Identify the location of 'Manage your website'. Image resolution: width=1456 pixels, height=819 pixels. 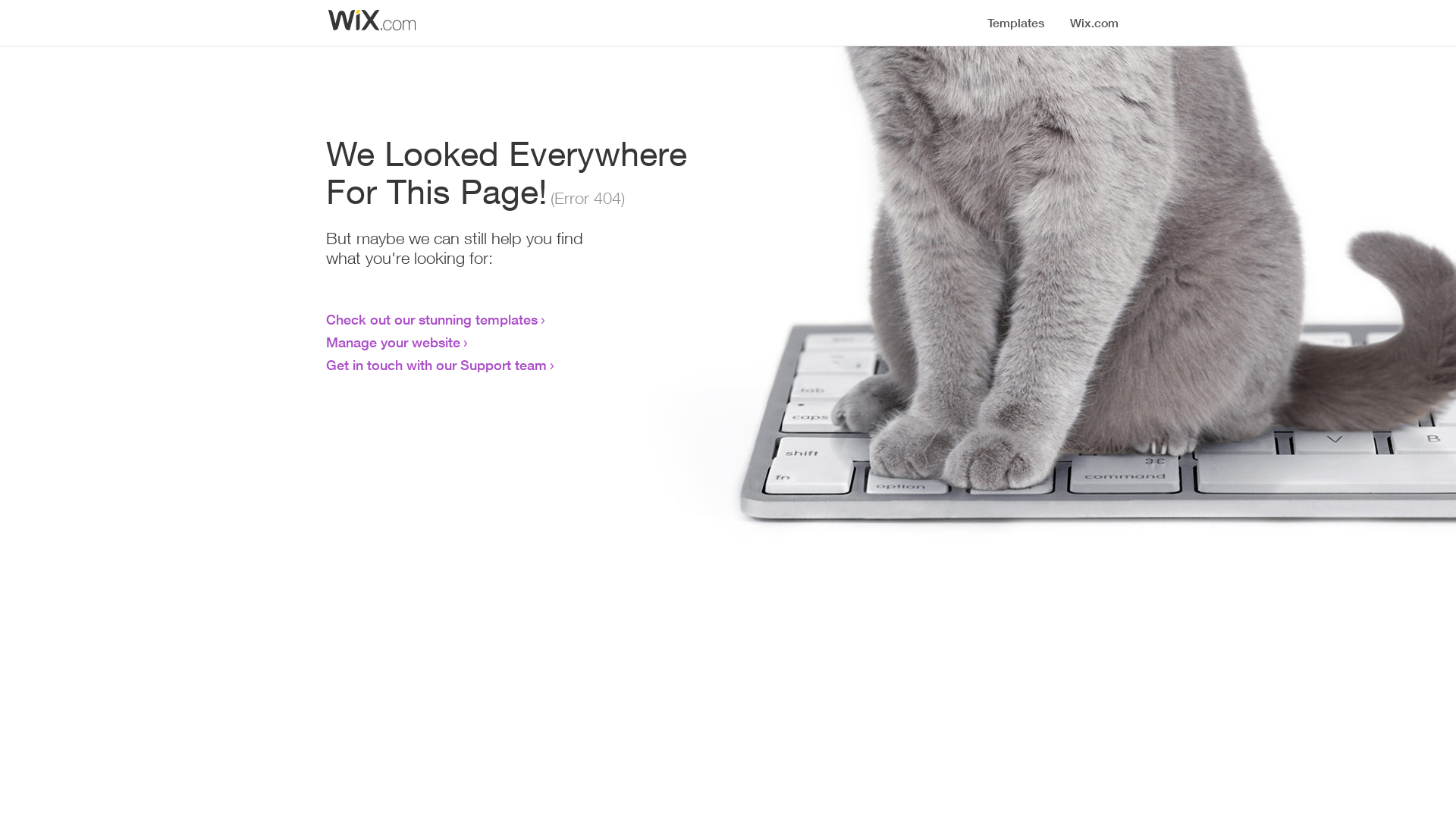
(393, 342).